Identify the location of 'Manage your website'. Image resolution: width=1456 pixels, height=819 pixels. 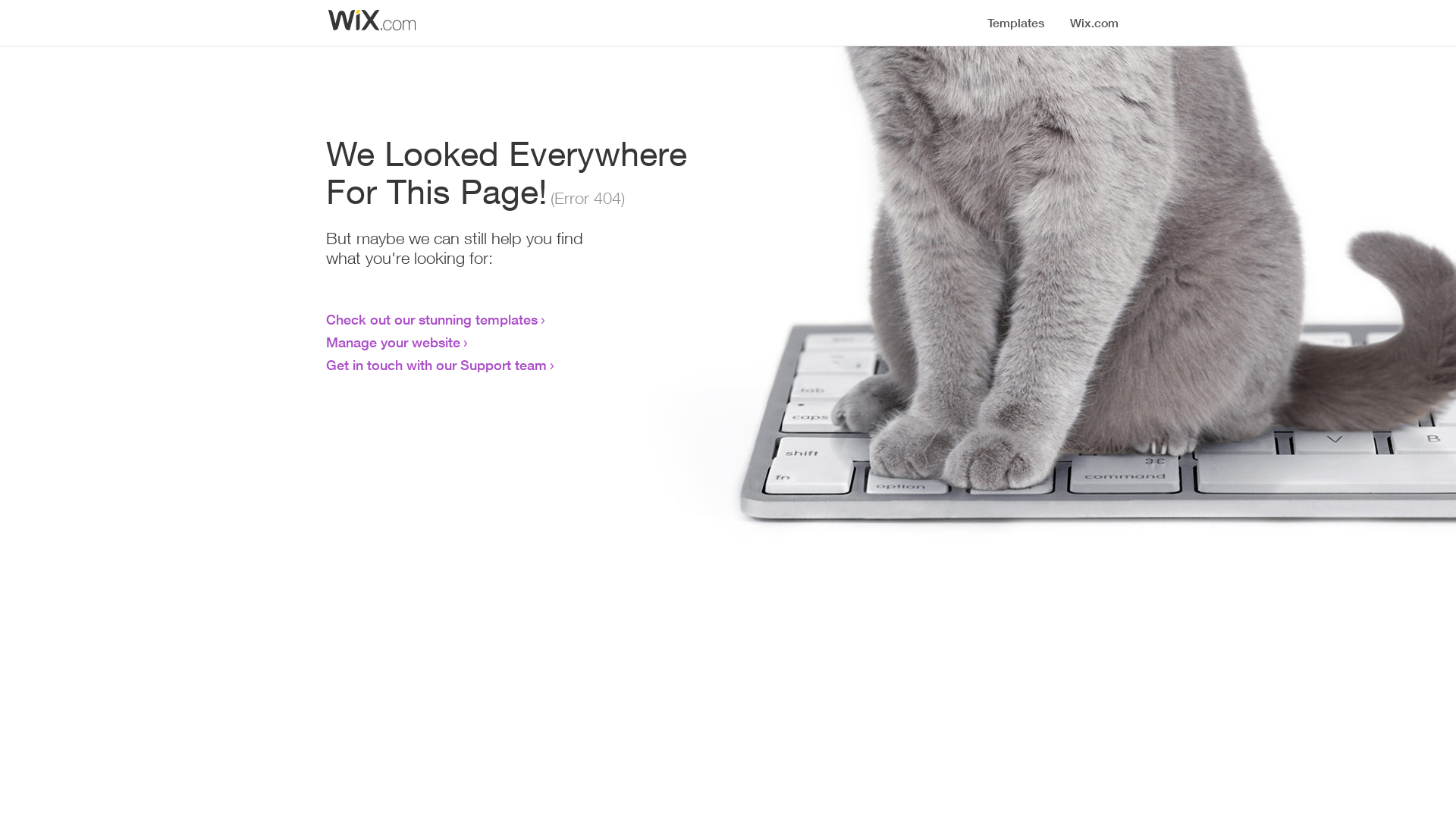
(393, 342).